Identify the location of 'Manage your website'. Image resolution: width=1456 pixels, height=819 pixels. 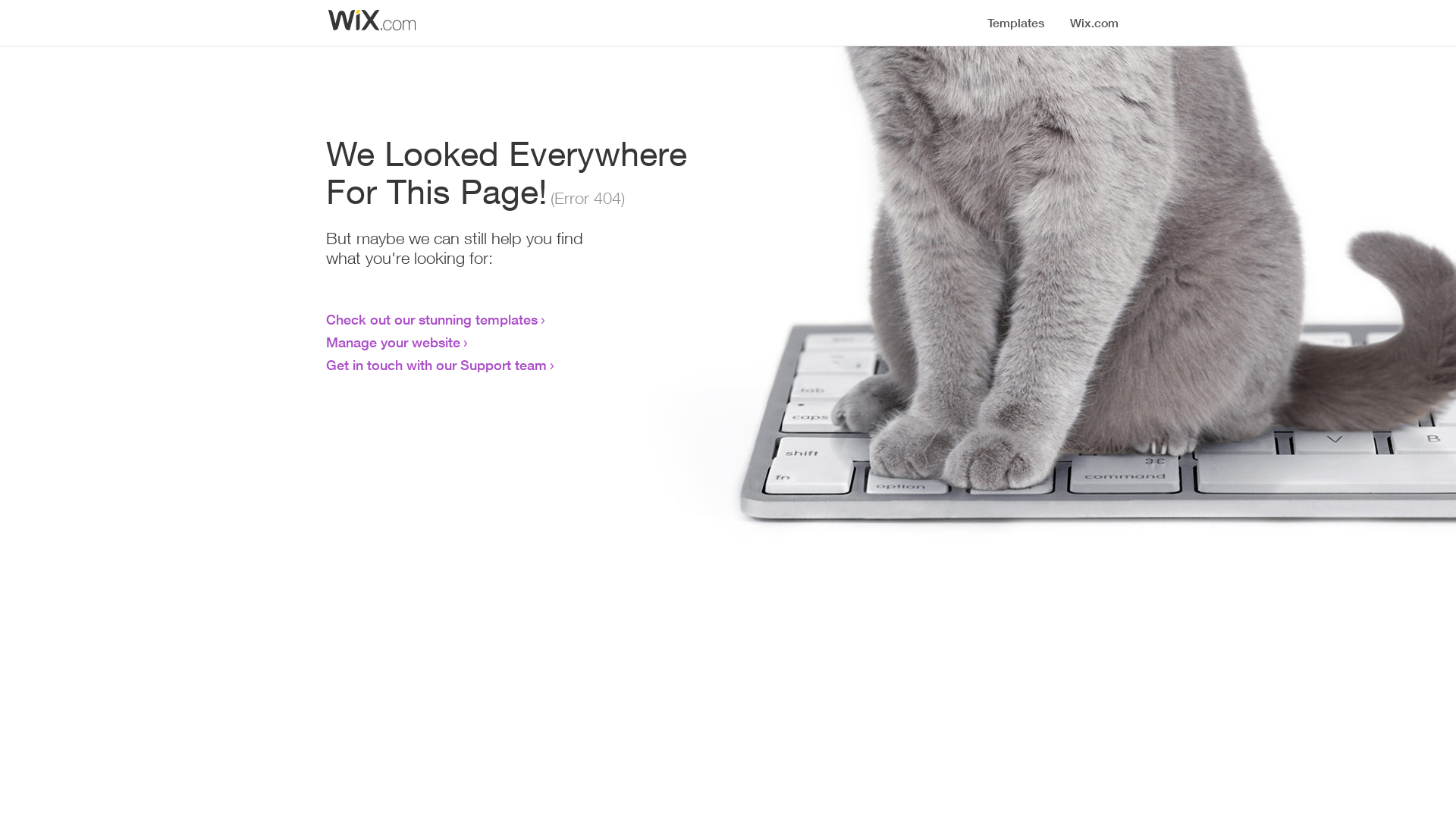
(393, 342).